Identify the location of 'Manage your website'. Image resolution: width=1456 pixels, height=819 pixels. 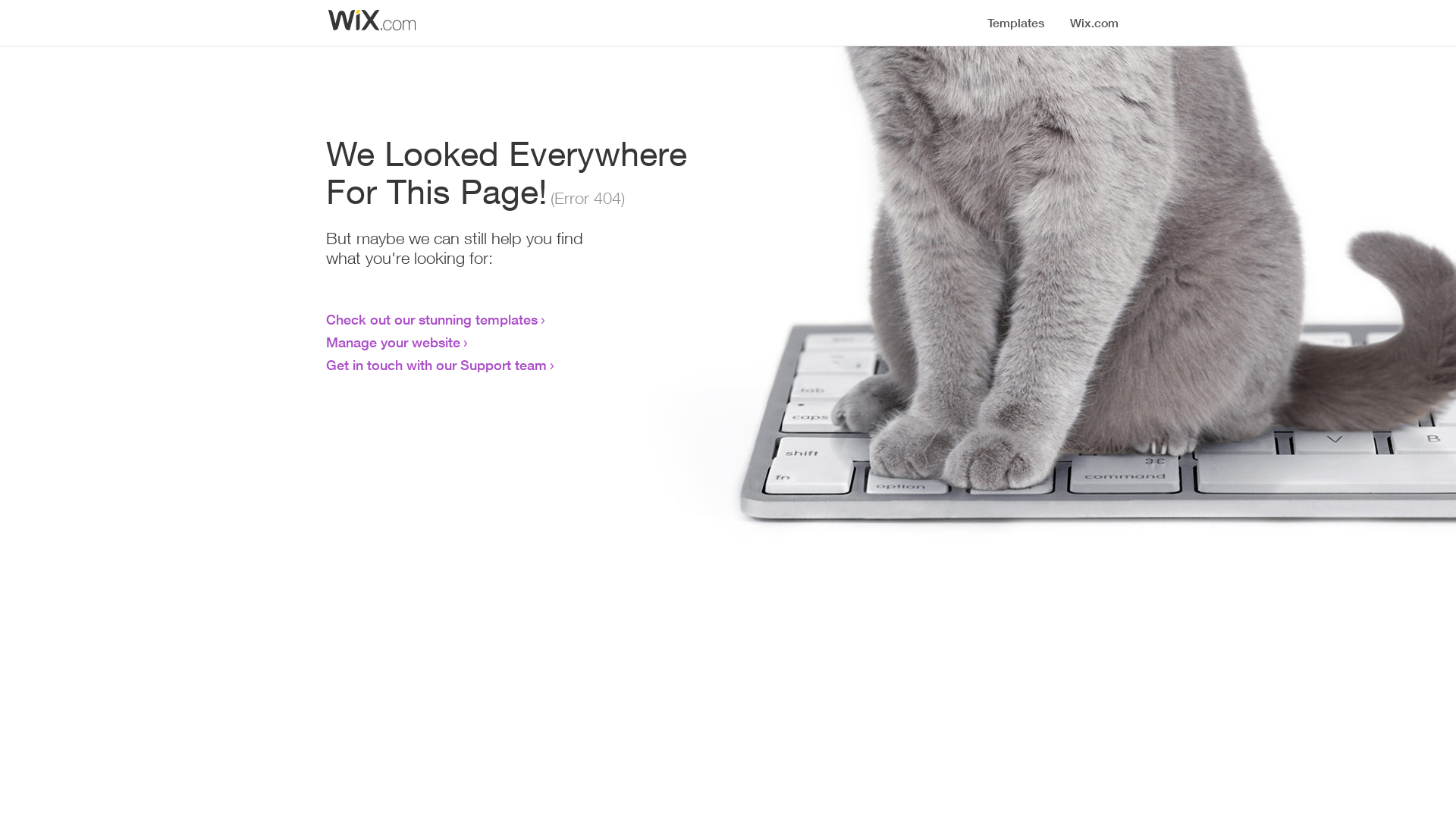
(393, 342).